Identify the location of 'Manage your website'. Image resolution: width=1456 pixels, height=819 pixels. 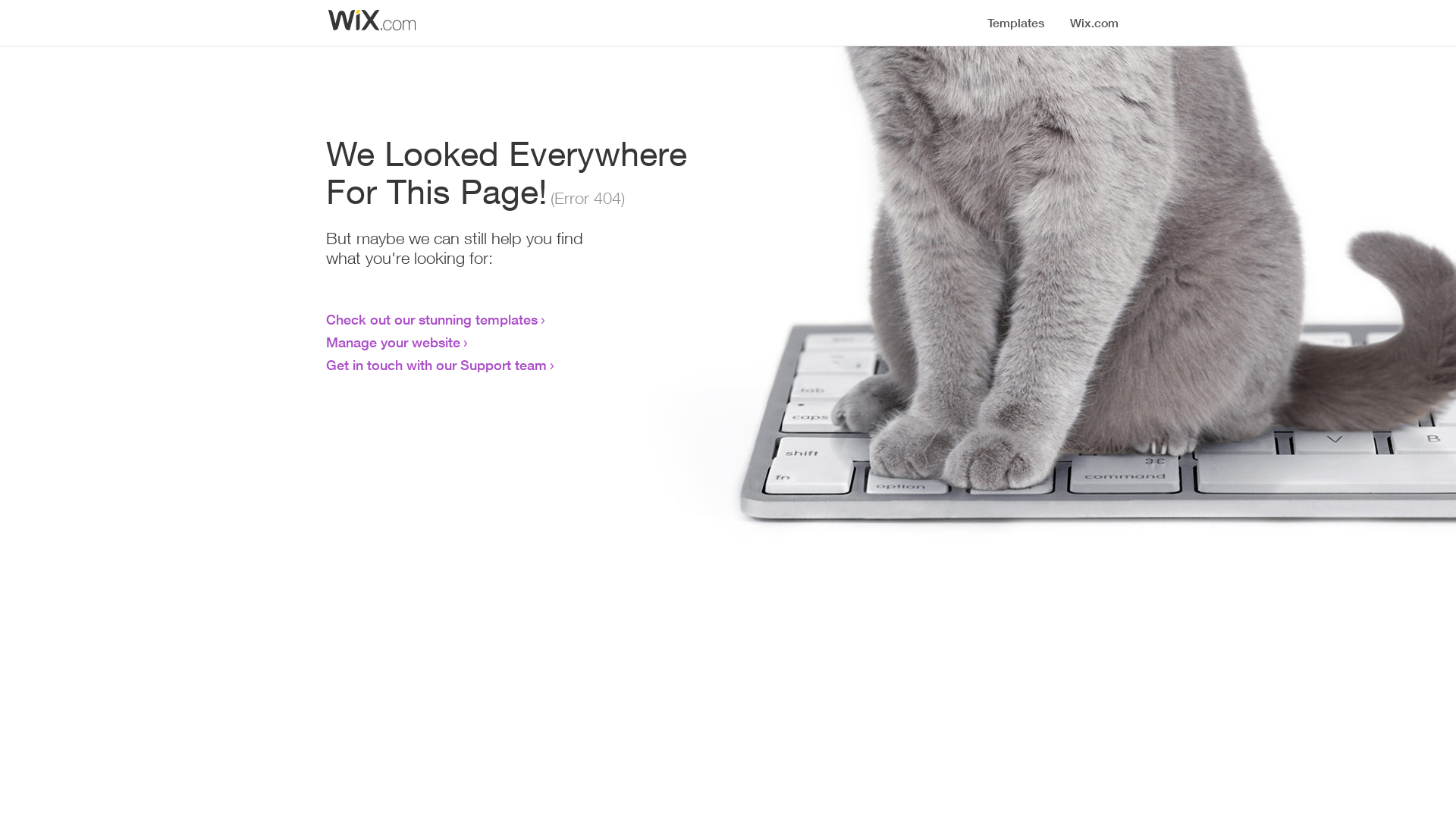
(393, 342).